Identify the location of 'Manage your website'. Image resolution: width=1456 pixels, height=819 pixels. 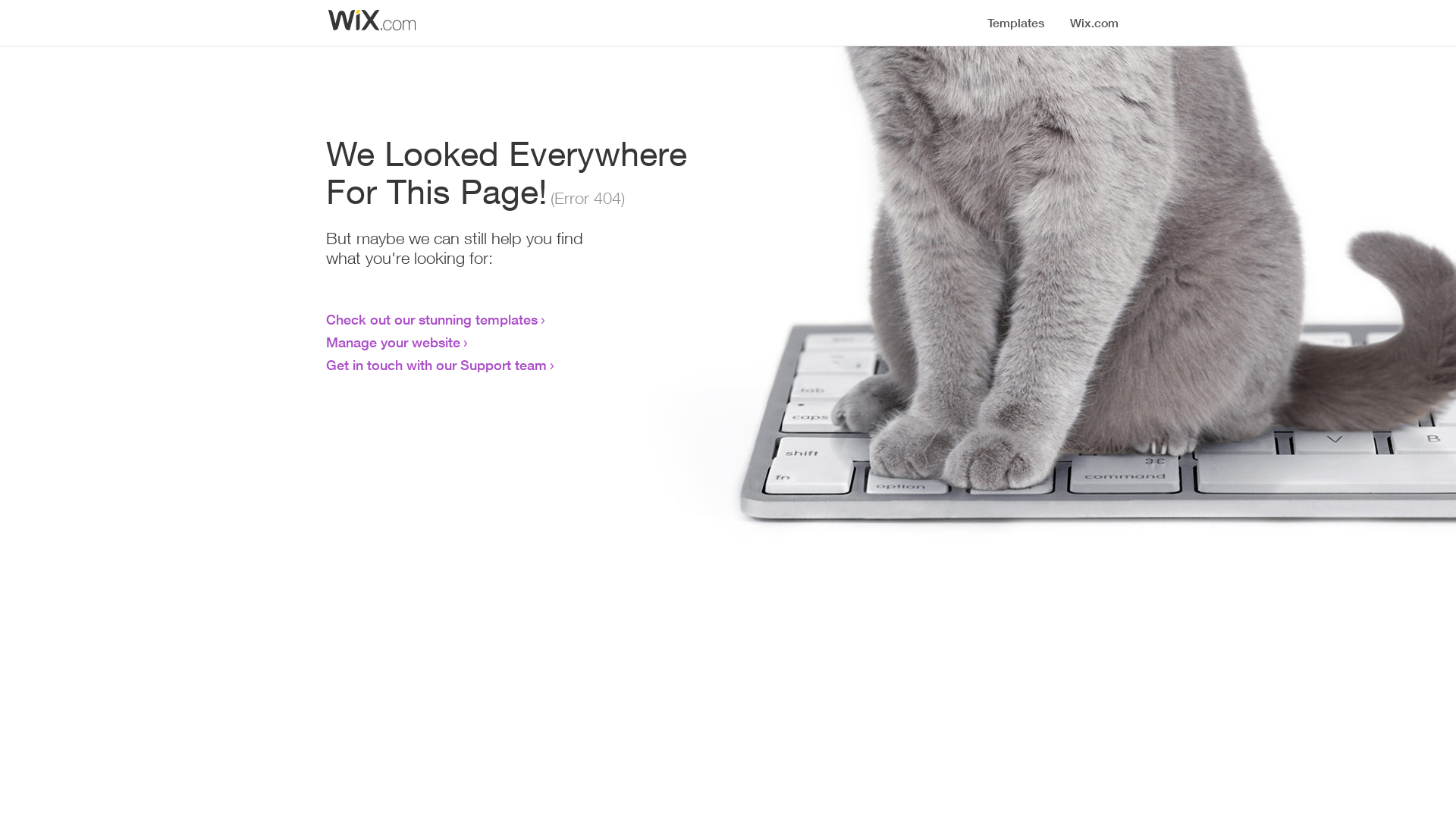
(393, 342).